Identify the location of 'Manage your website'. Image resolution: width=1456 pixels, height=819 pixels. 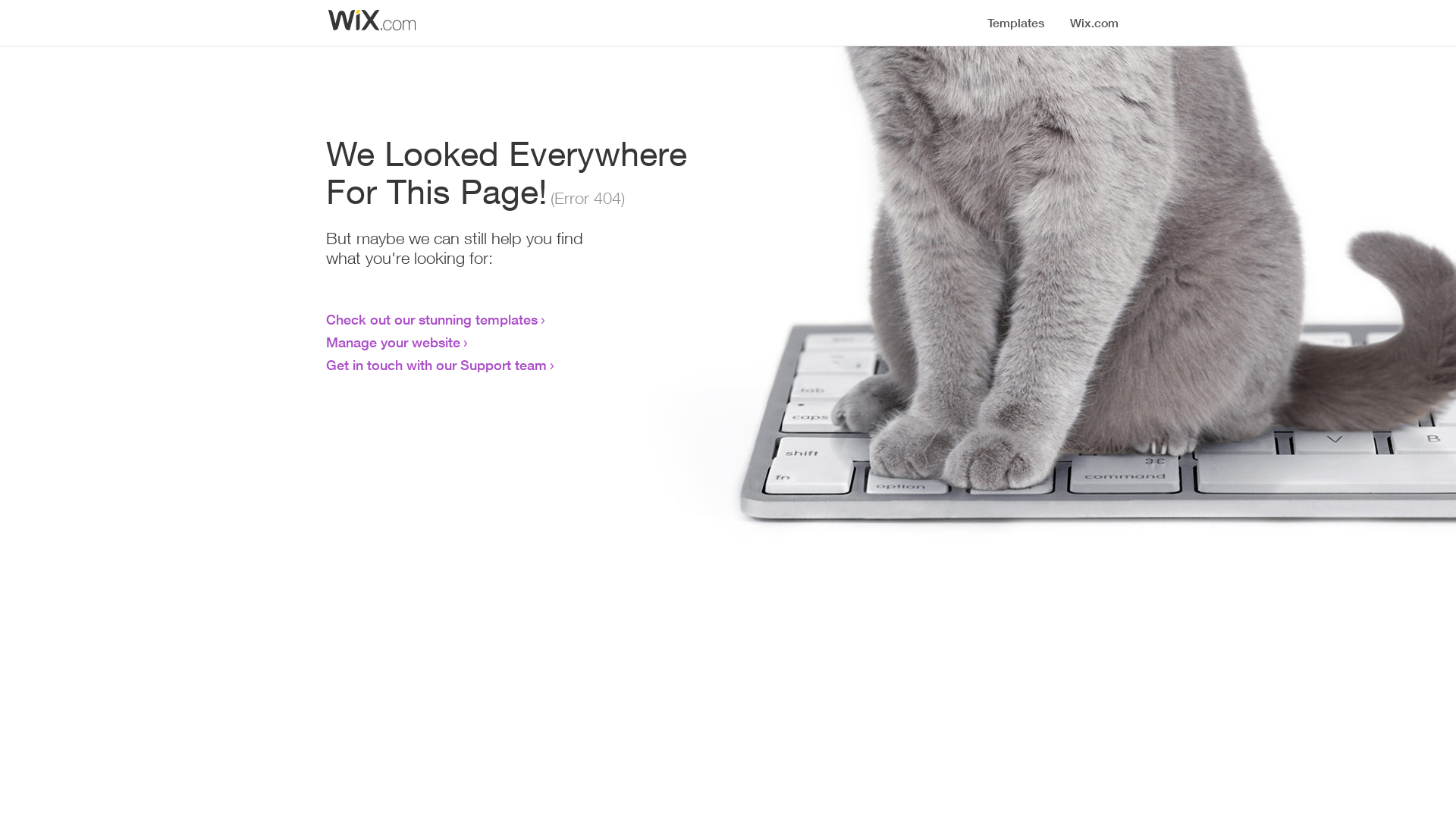
(393, 342).